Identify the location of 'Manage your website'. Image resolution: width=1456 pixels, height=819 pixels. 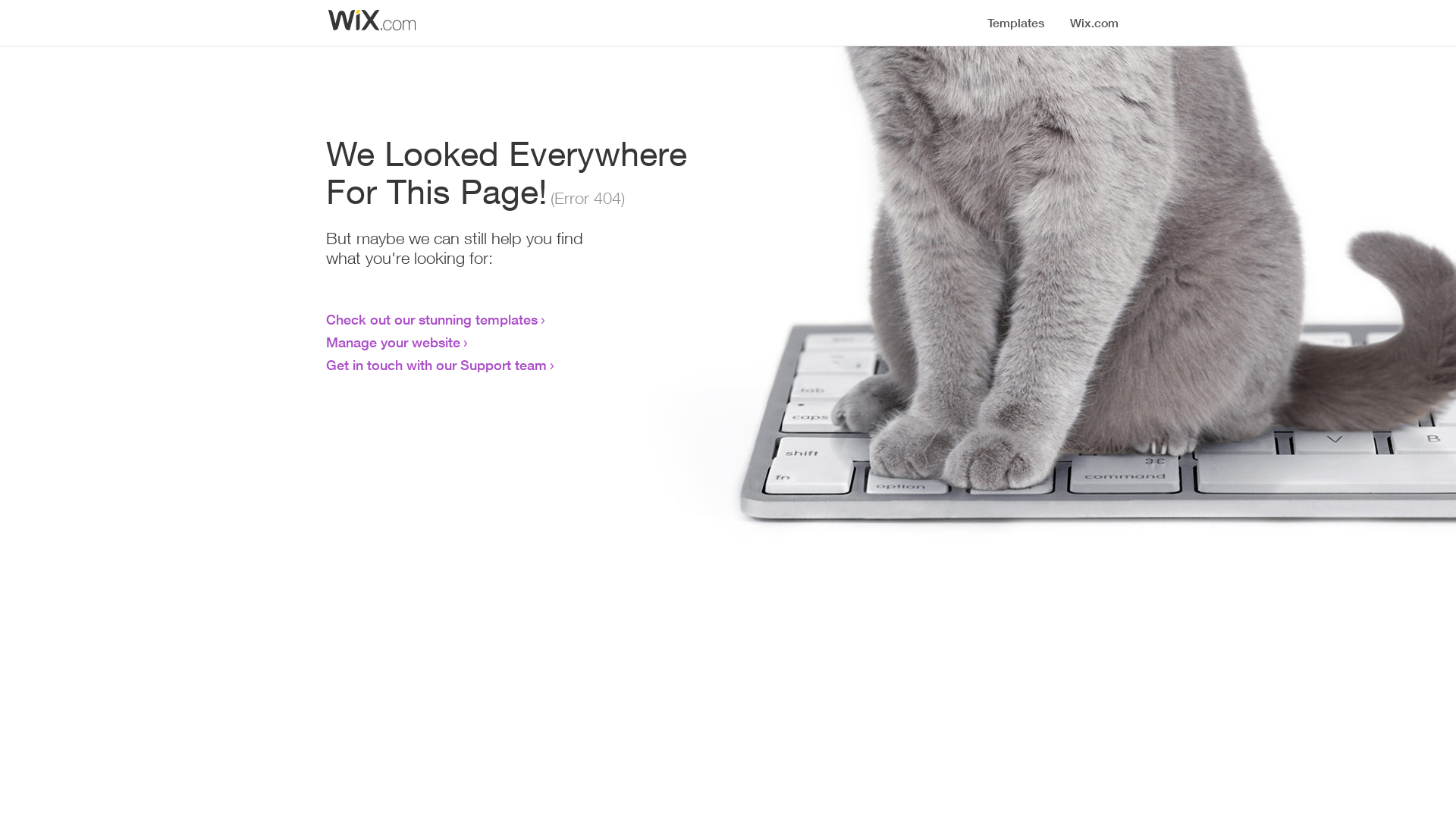
(393, 342).